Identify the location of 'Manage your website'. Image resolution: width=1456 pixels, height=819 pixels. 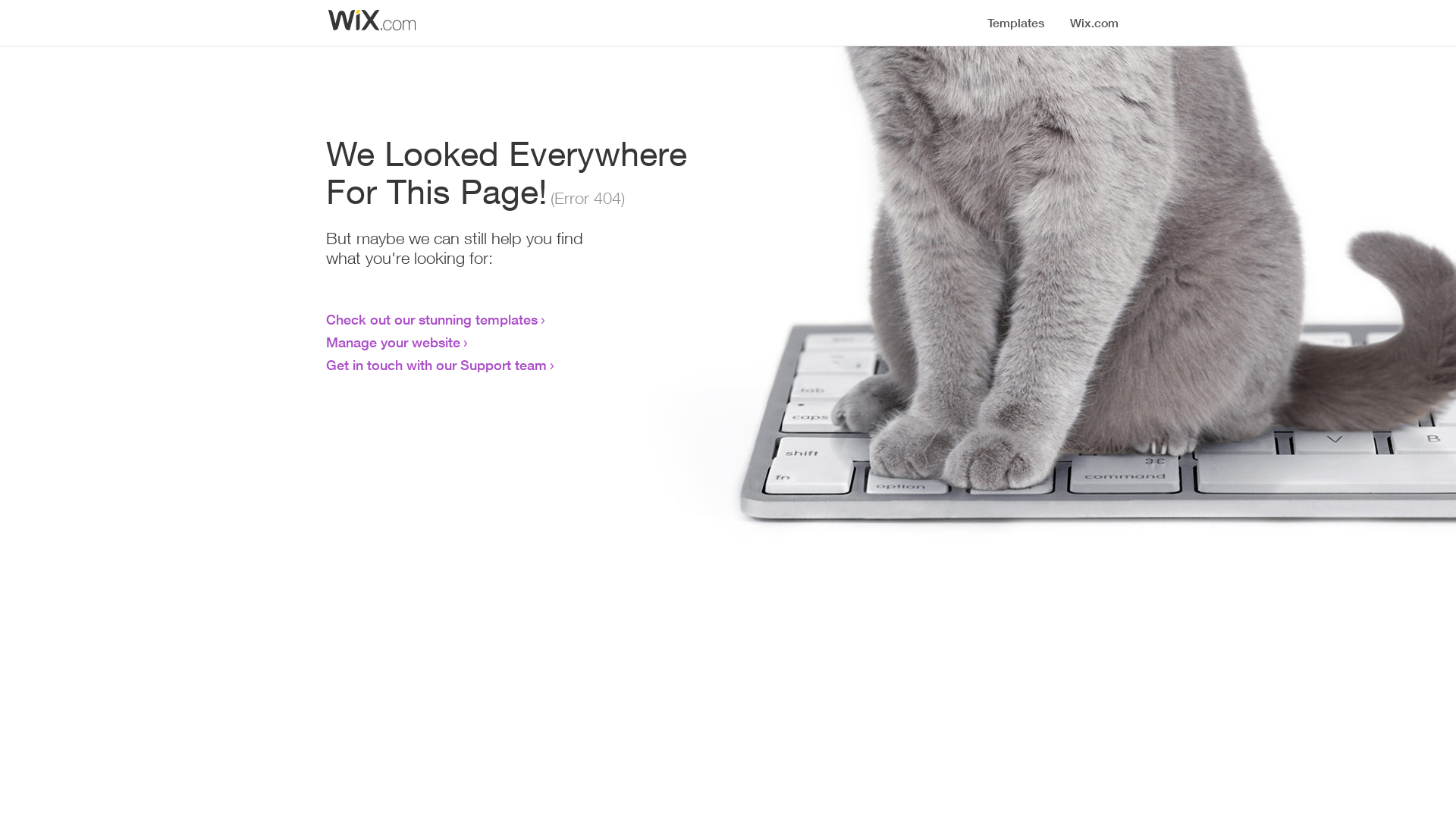
(393, 342).